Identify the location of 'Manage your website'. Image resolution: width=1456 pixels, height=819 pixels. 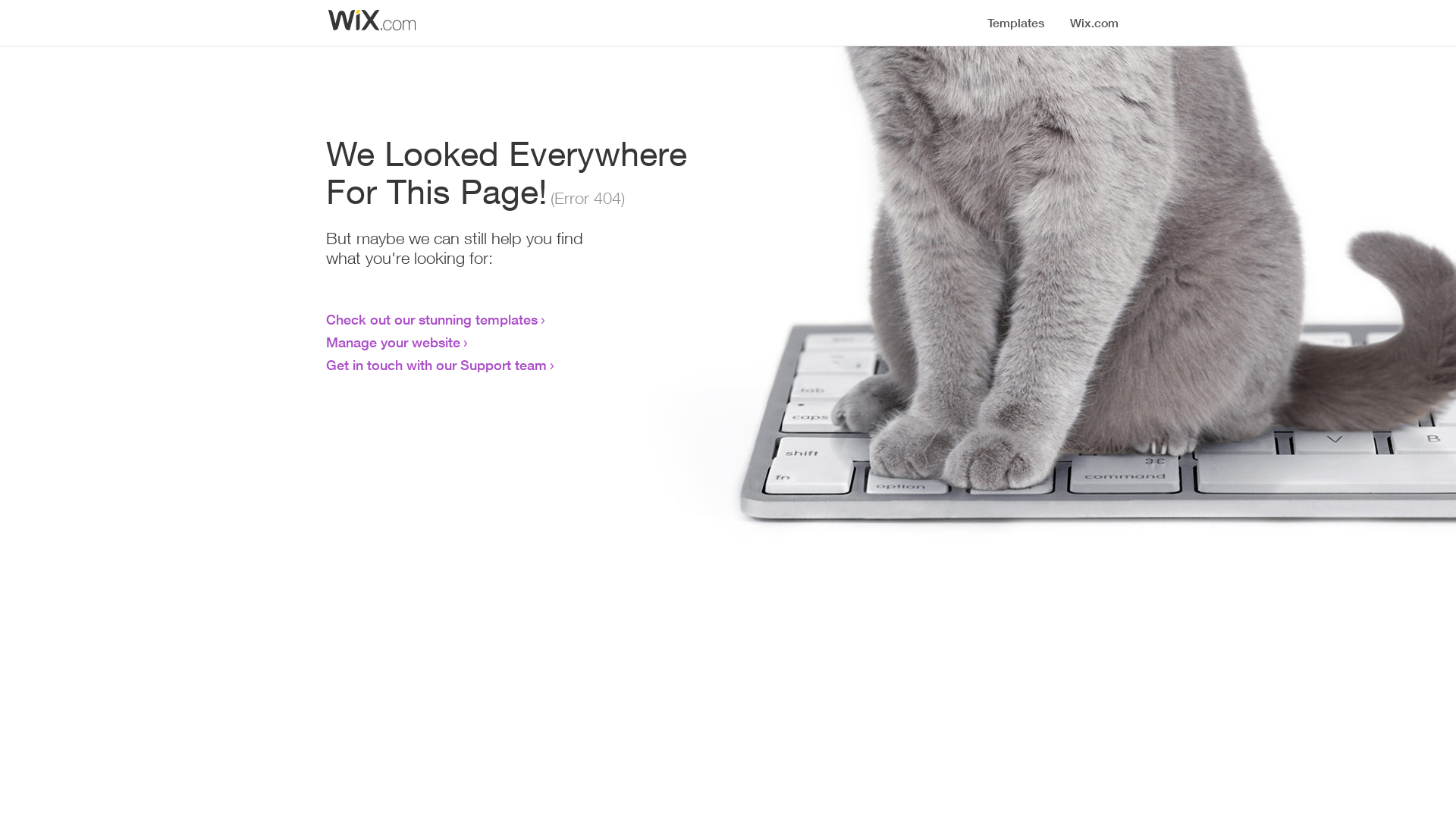
(393, 342).